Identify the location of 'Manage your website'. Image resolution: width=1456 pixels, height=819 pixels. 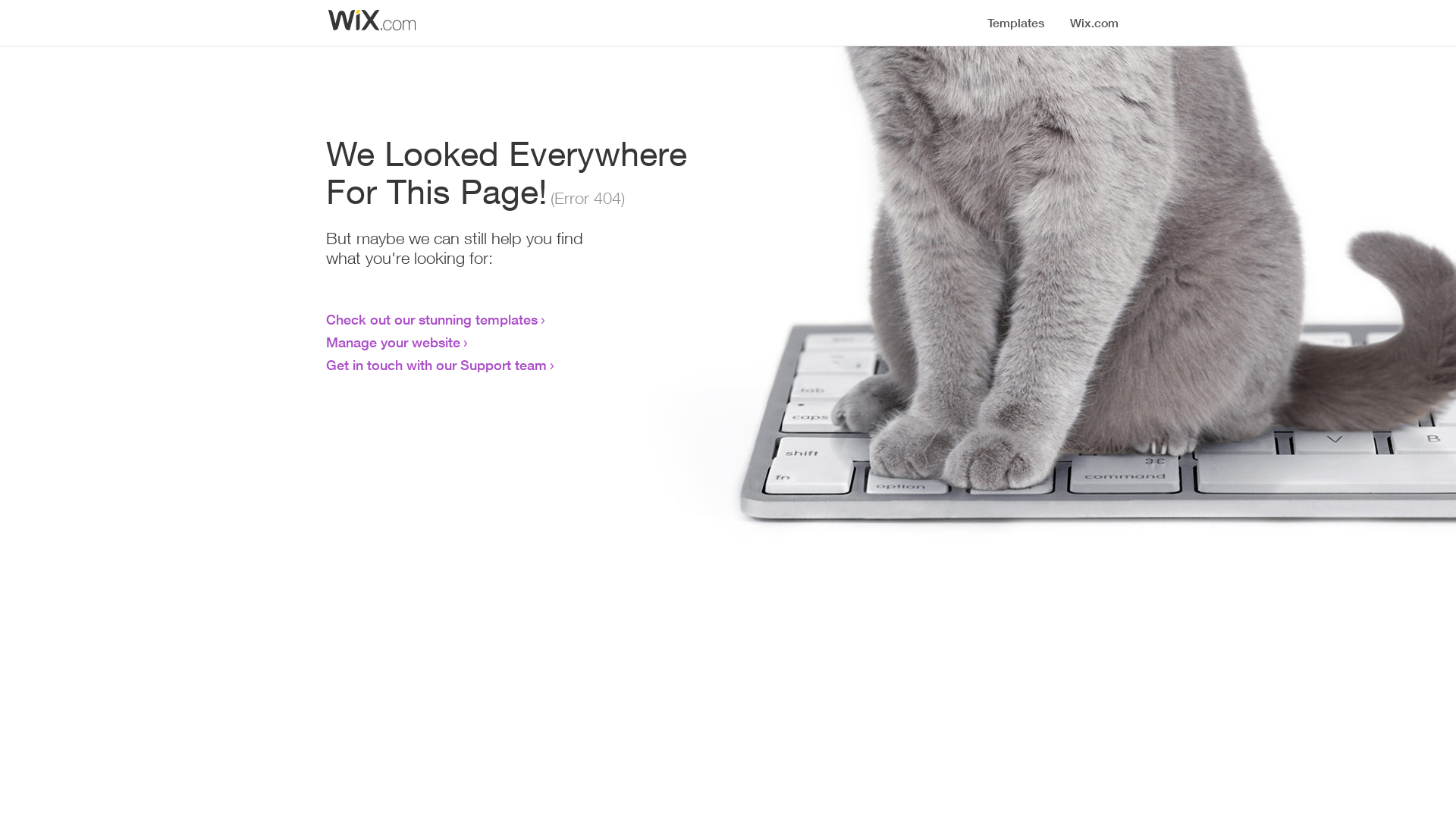
(393, 342).